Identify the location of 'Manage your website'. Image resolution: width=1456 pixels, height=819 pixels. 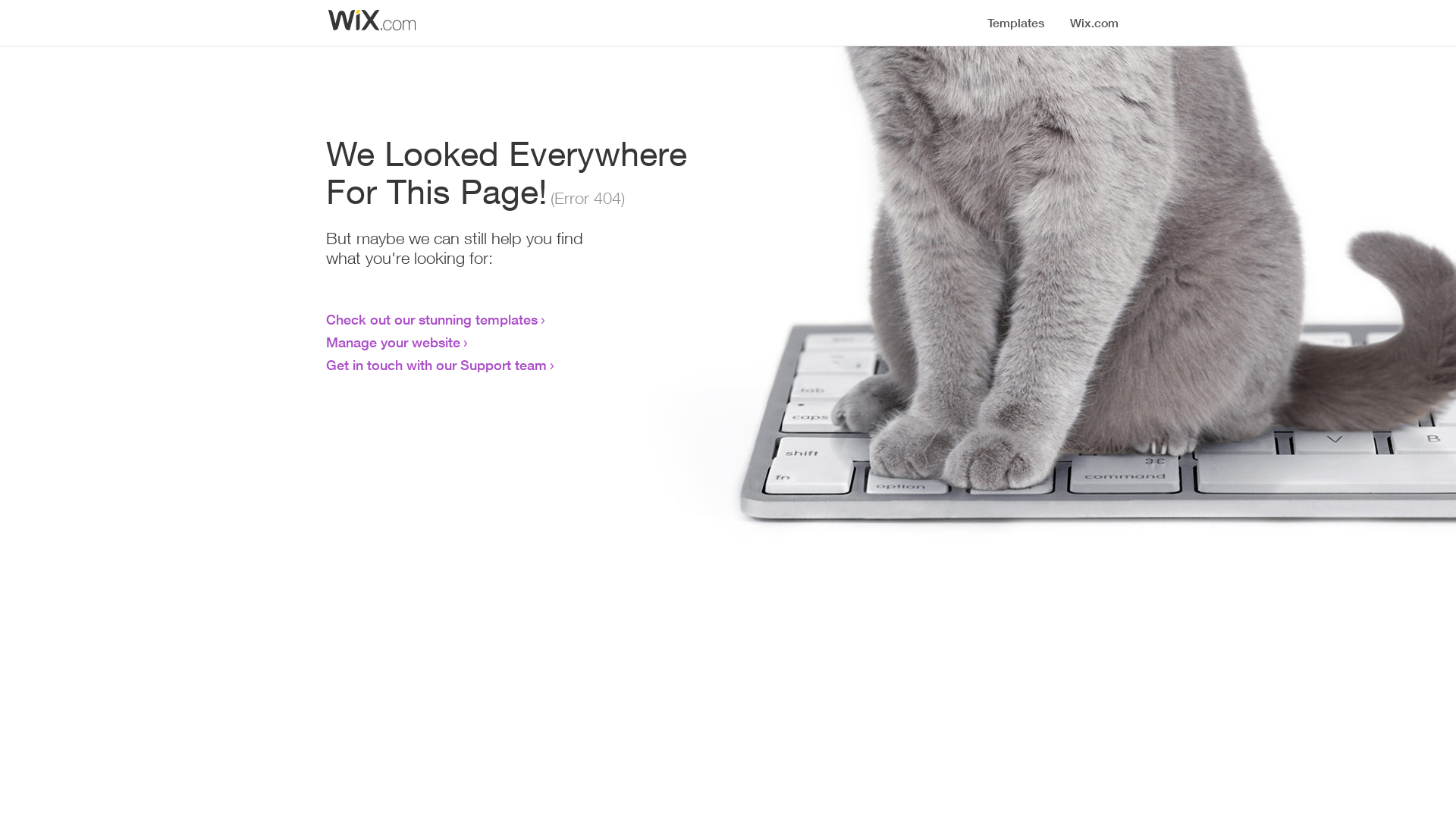
(393, 342).